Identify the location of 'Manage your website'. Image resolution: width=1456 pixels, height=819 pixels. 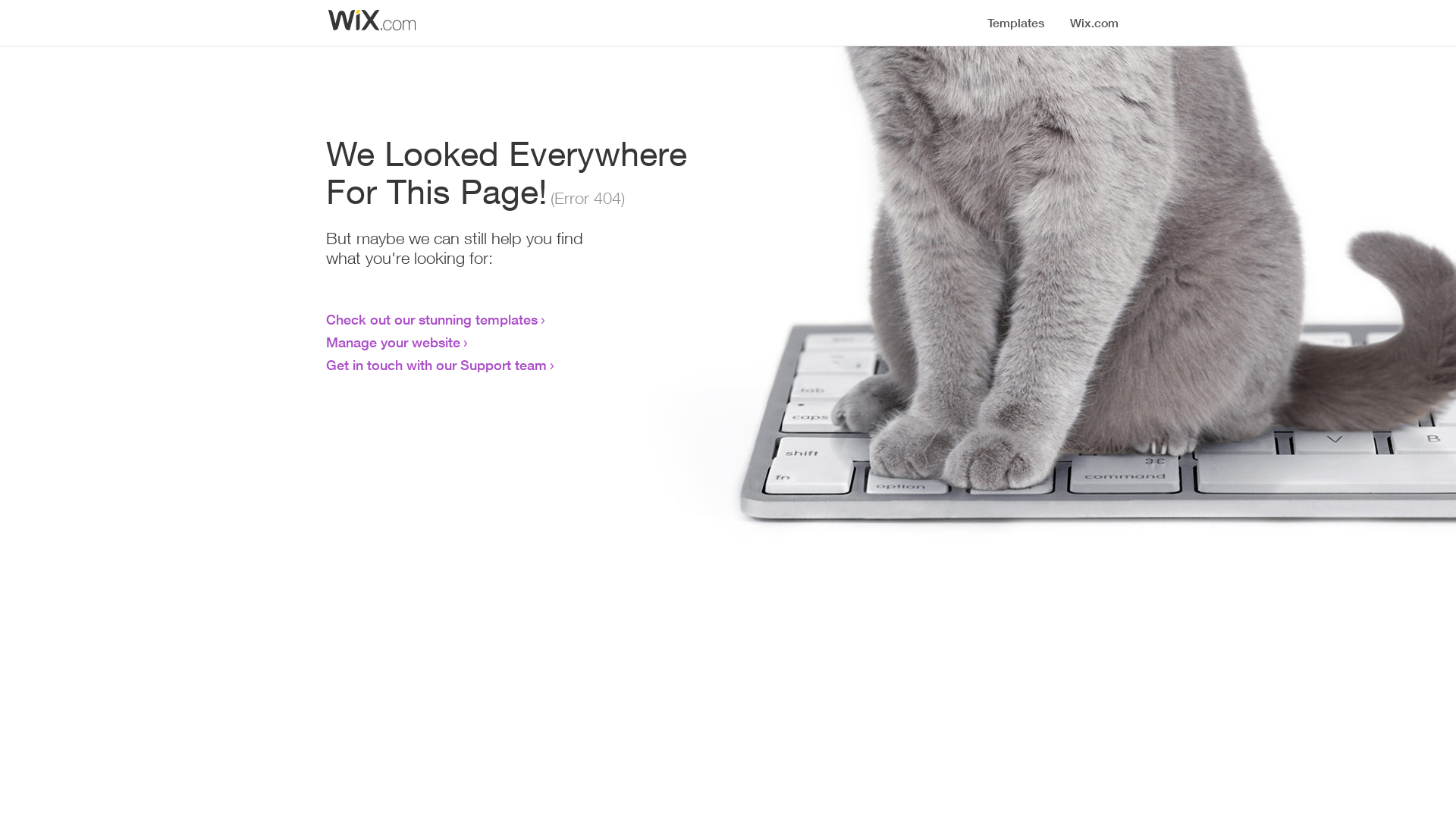
(393, 342).